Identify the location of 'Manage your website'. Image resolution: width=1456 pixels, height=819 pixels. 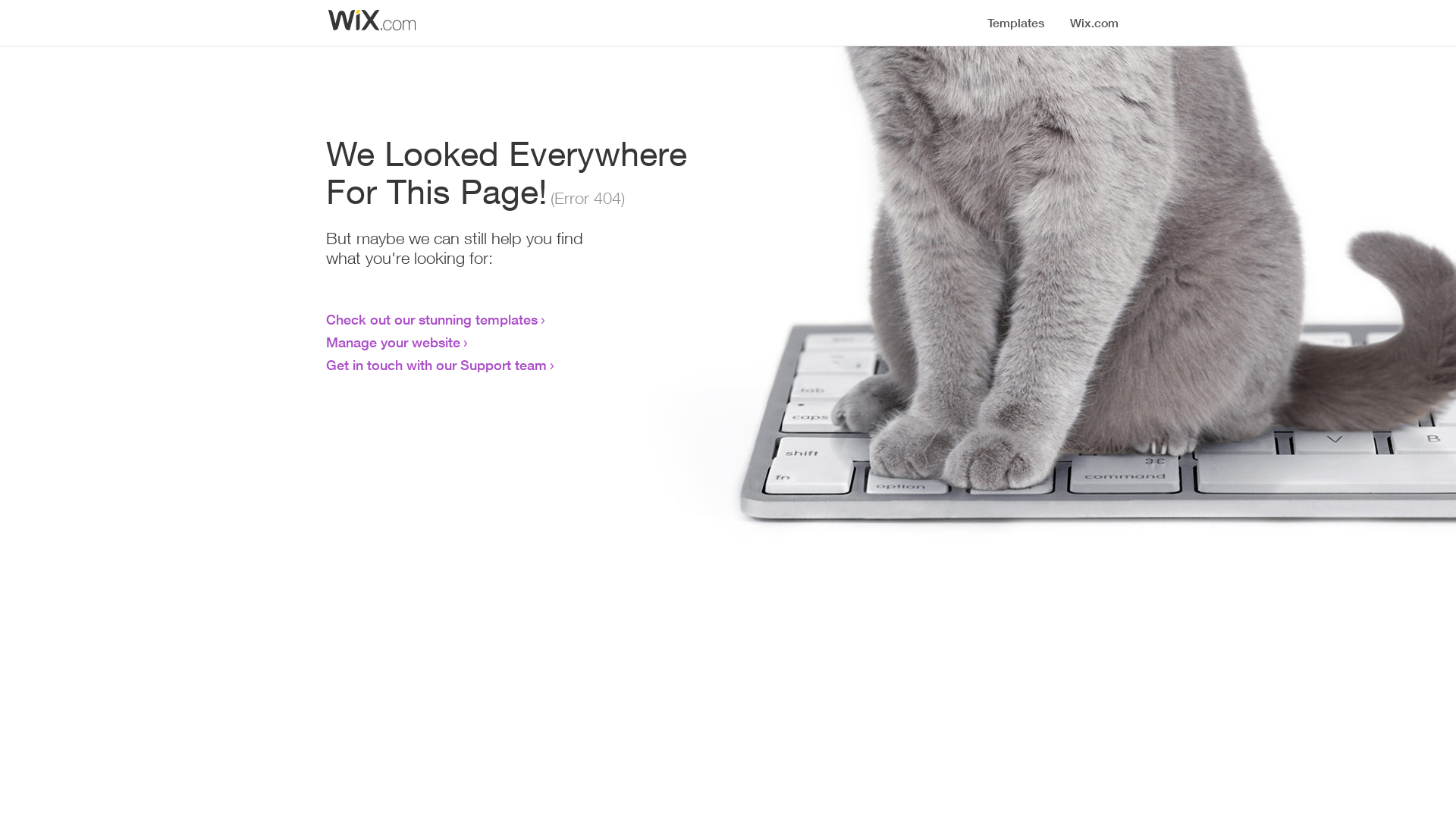
(393, 342).